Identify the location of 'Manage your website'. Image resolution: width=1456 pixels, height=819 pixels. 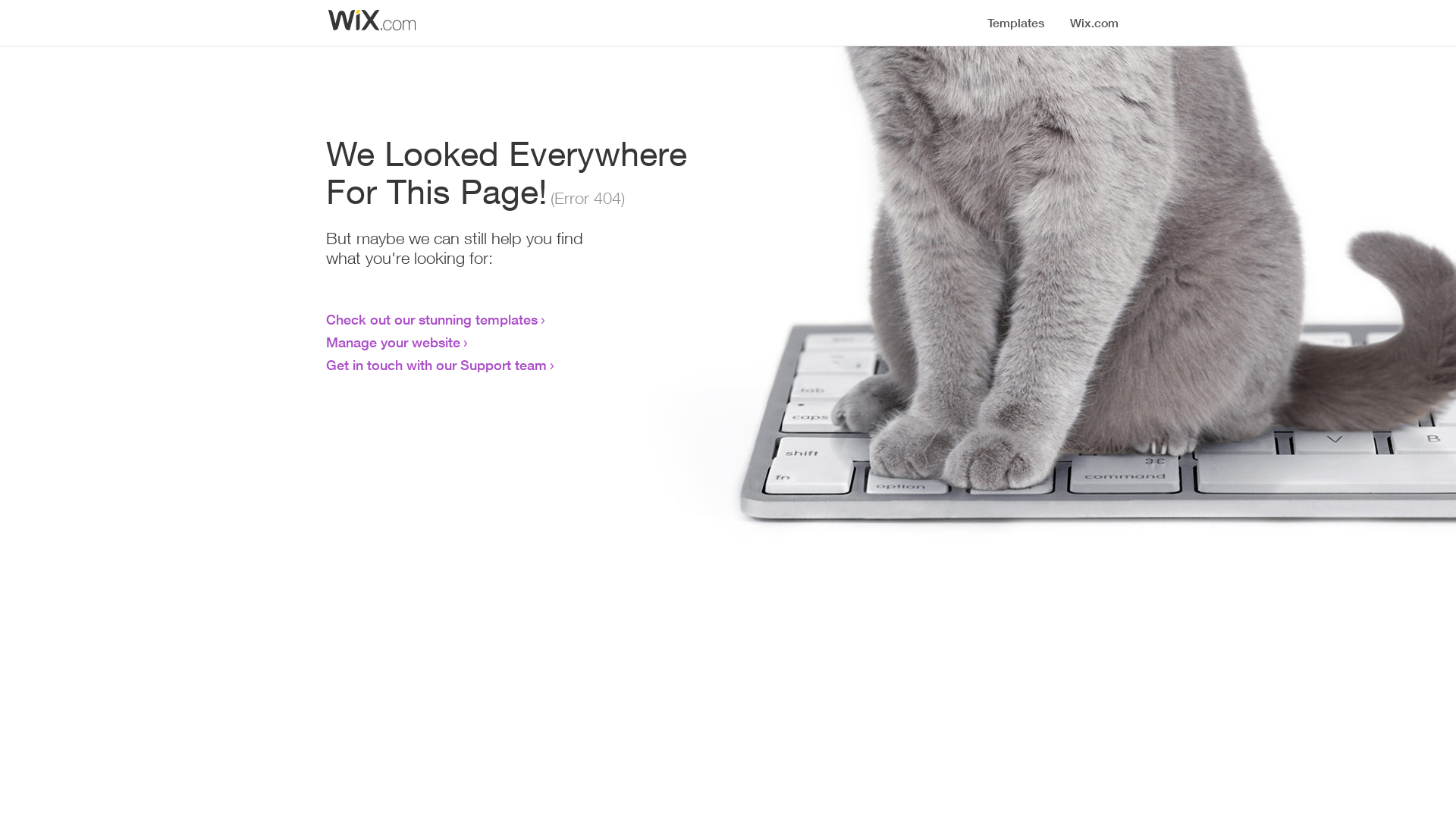
(393, 342).